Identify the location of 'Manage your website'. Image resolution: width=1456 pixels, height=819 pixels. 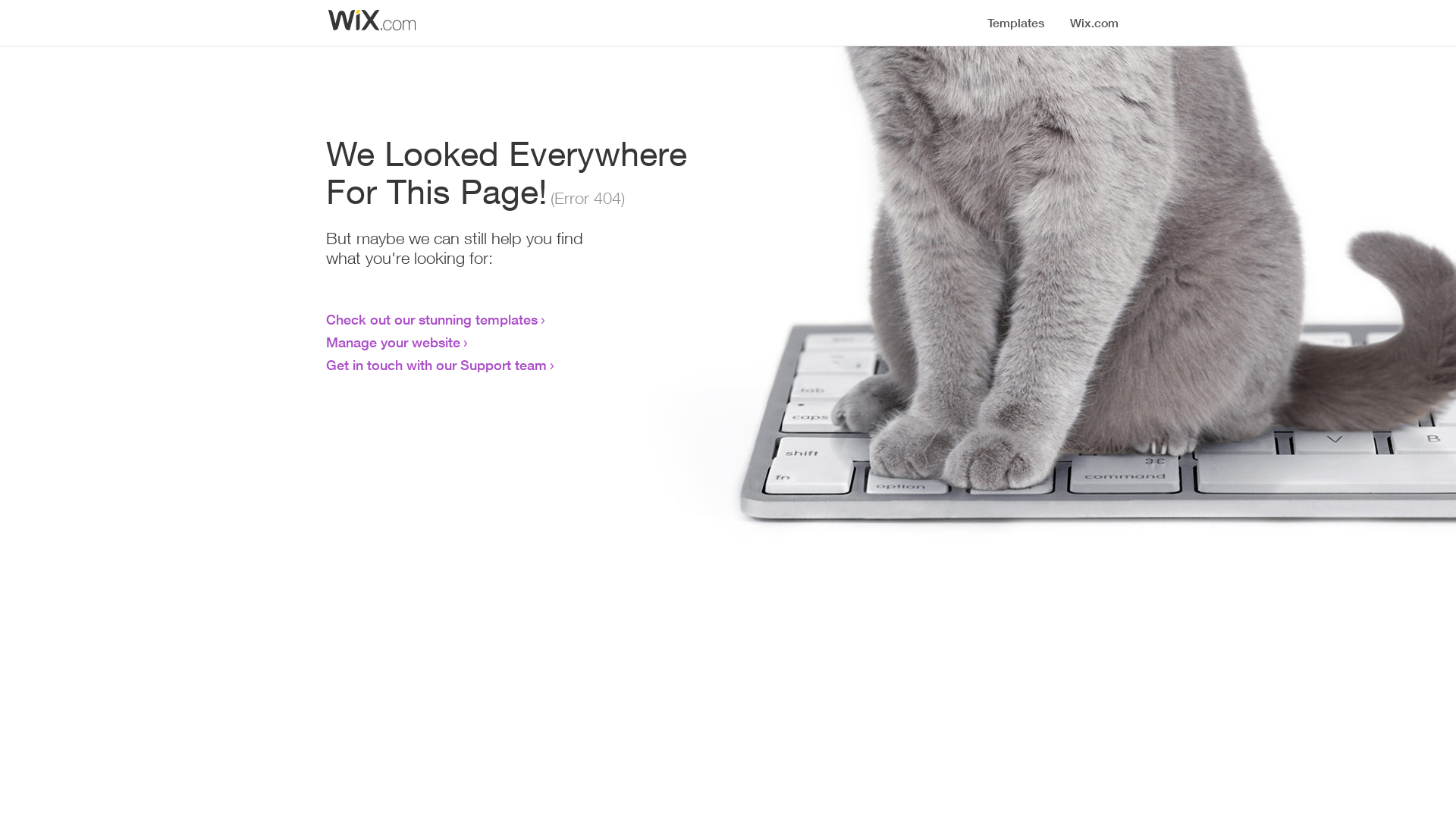
(393, 342).